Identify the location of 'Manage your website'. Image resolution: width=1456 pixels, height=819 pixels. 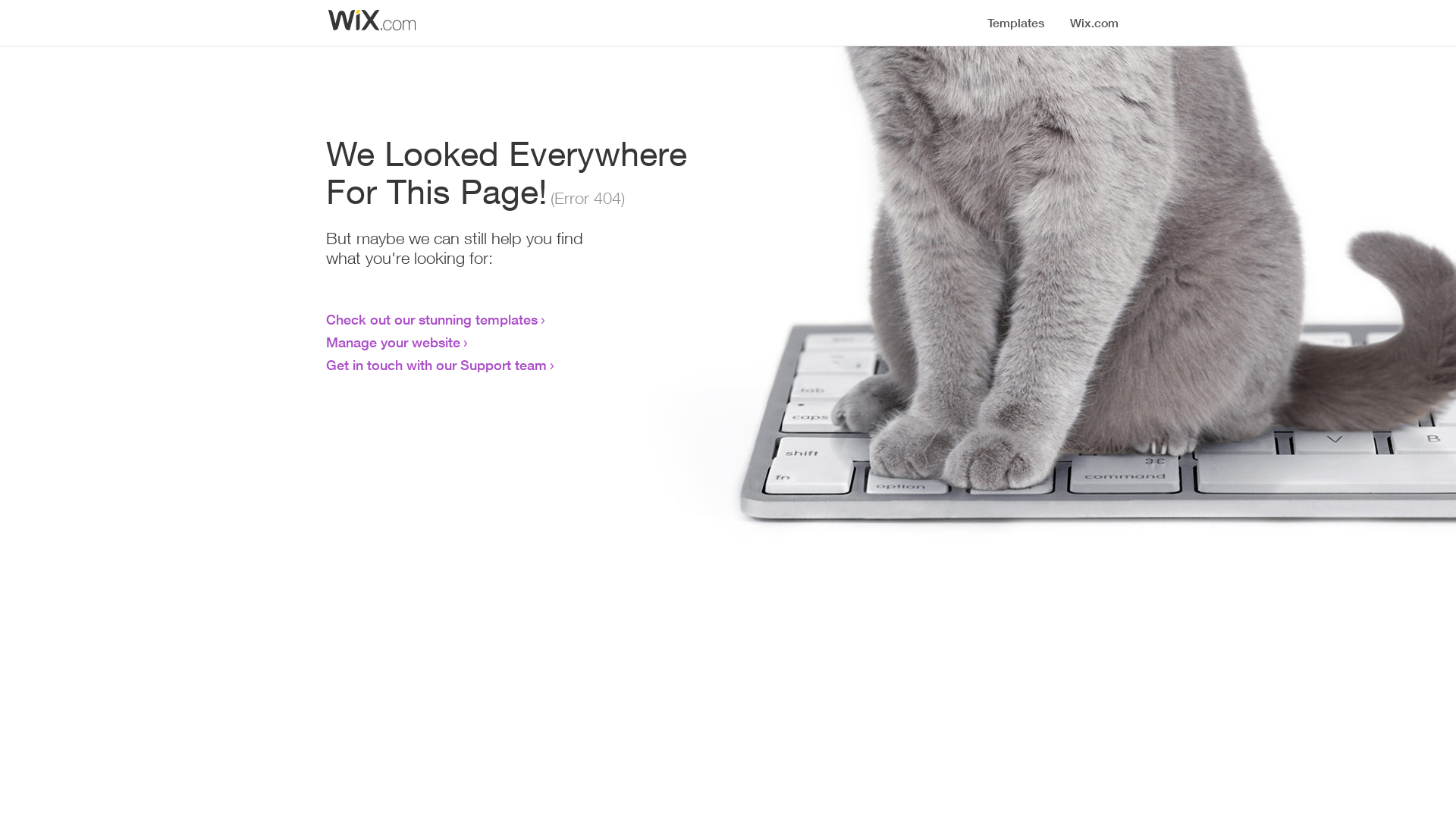
(393, 342).